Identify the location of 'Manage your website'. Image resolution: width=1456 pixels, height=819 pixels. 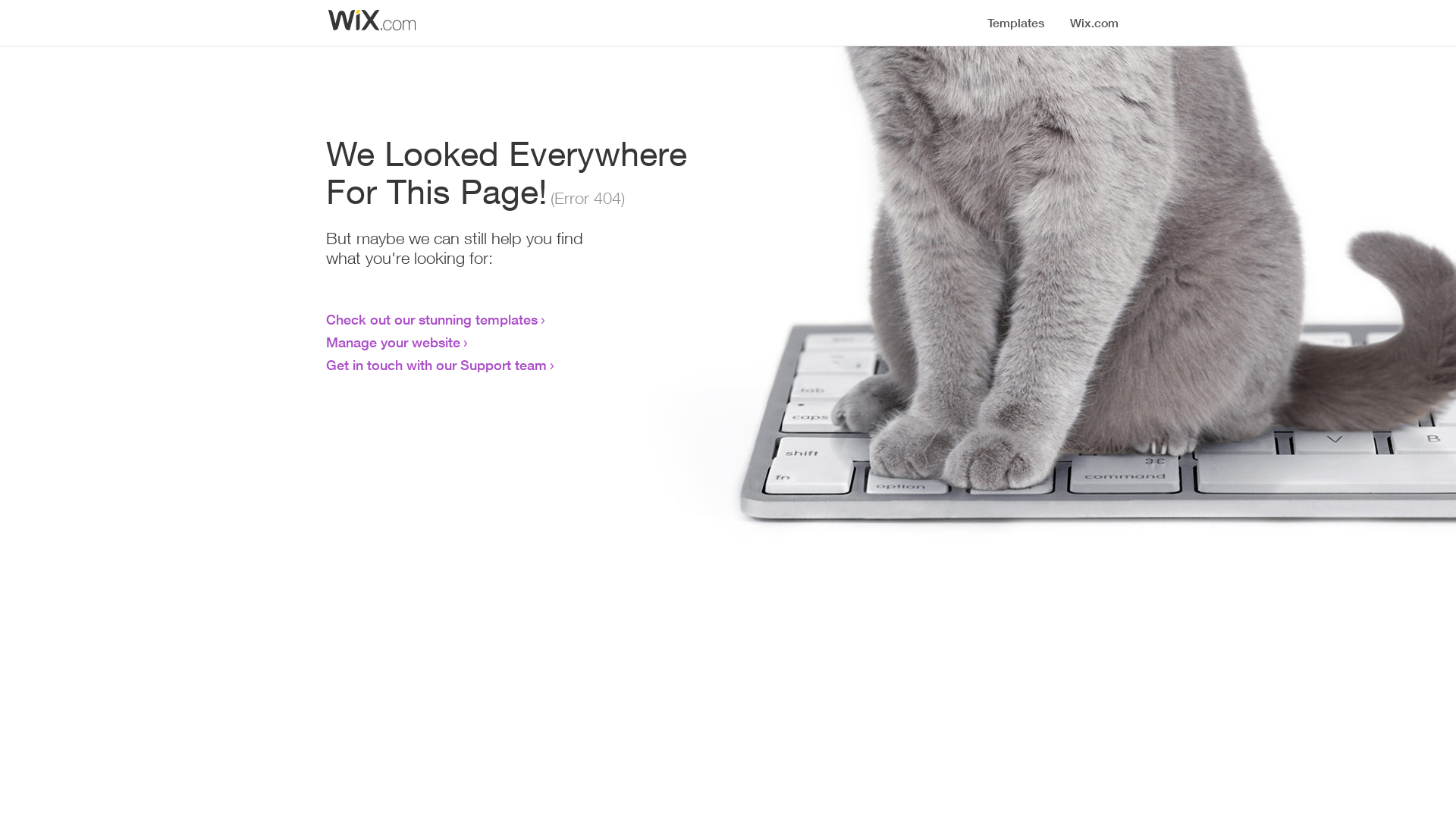
(393, 342).